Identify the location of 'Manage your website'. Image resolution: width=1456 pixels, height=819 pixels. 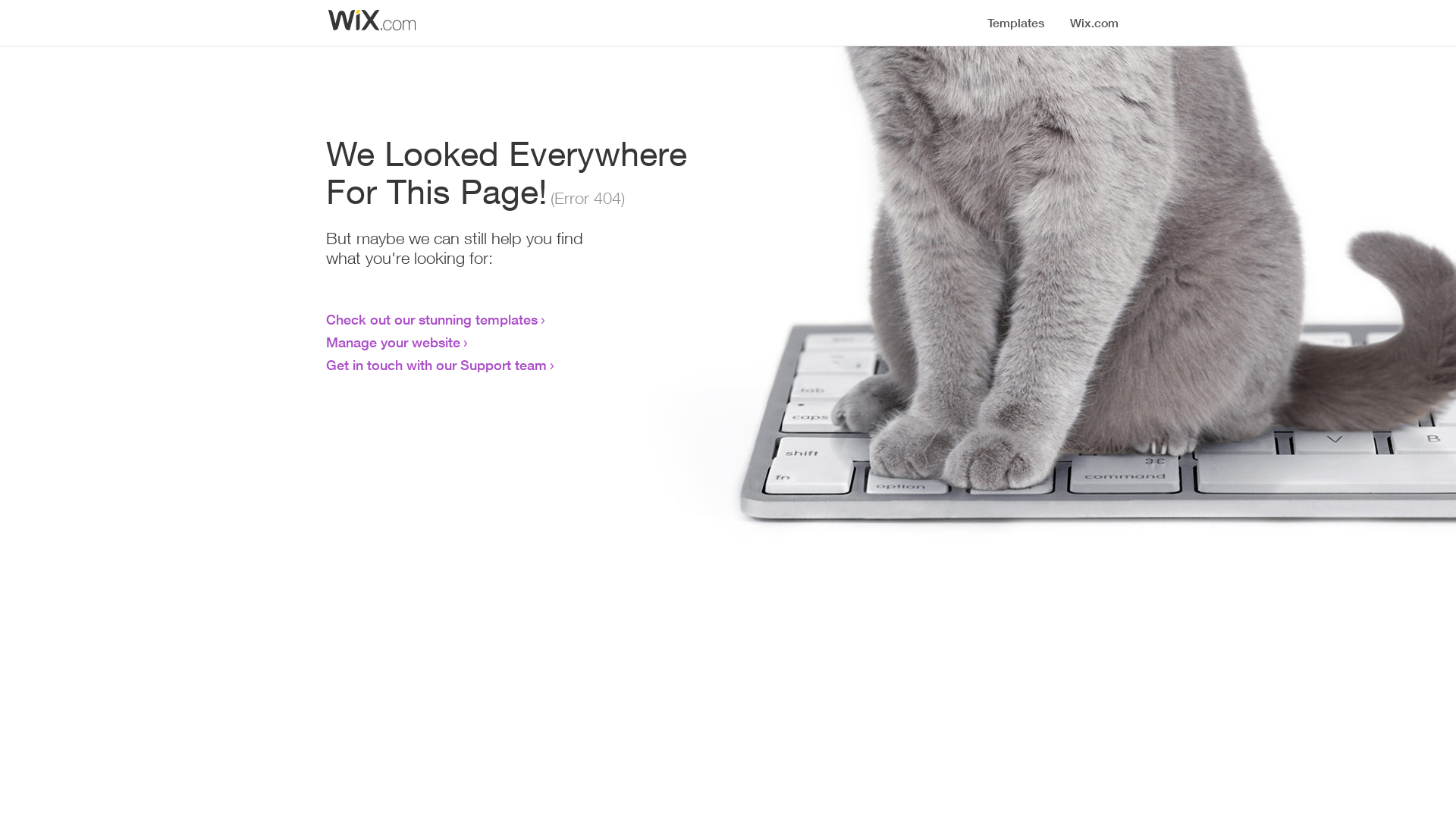
(393, 342).